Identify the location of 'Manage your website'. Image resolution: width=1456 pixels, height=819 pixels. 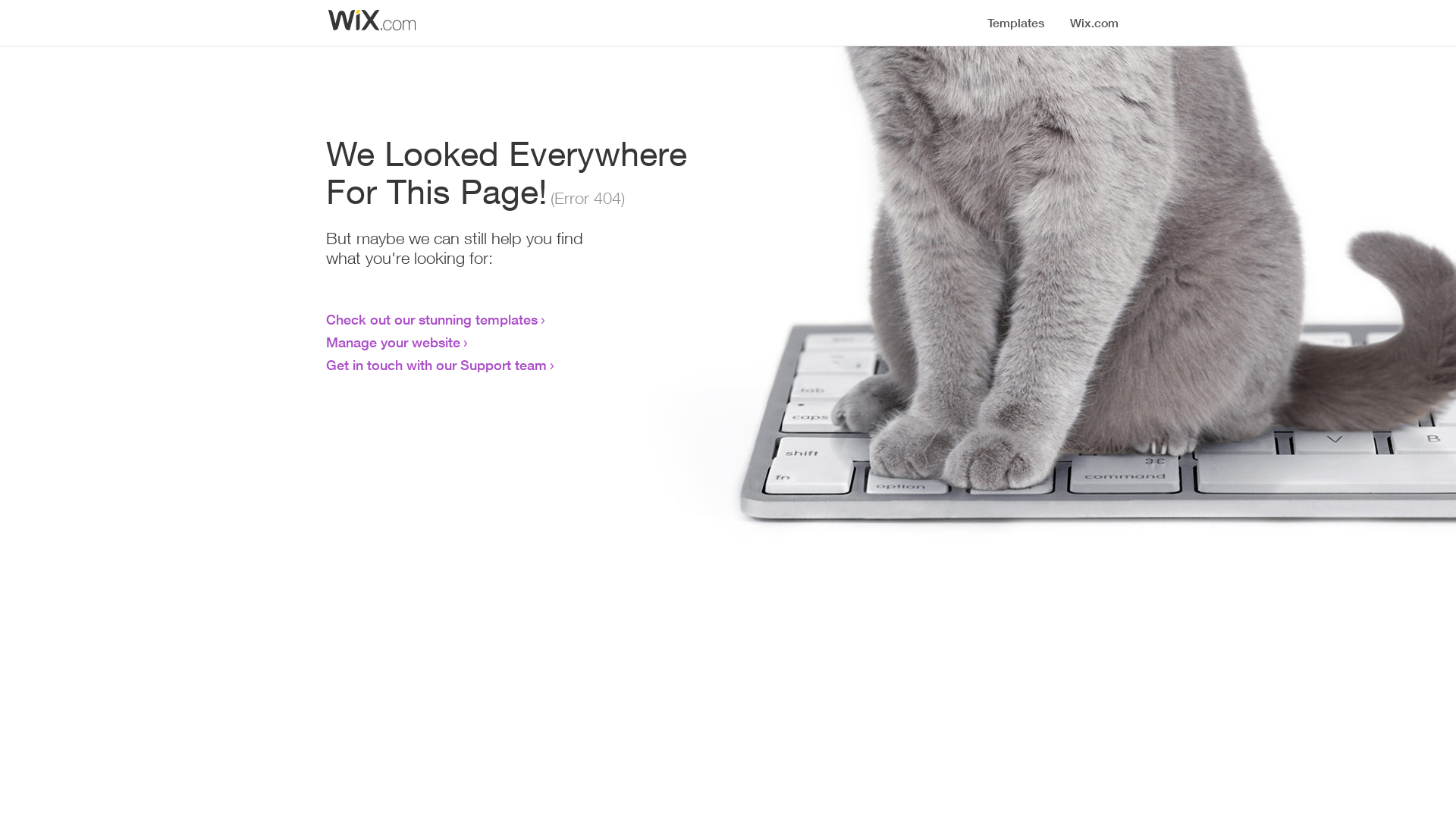
(393, 342).